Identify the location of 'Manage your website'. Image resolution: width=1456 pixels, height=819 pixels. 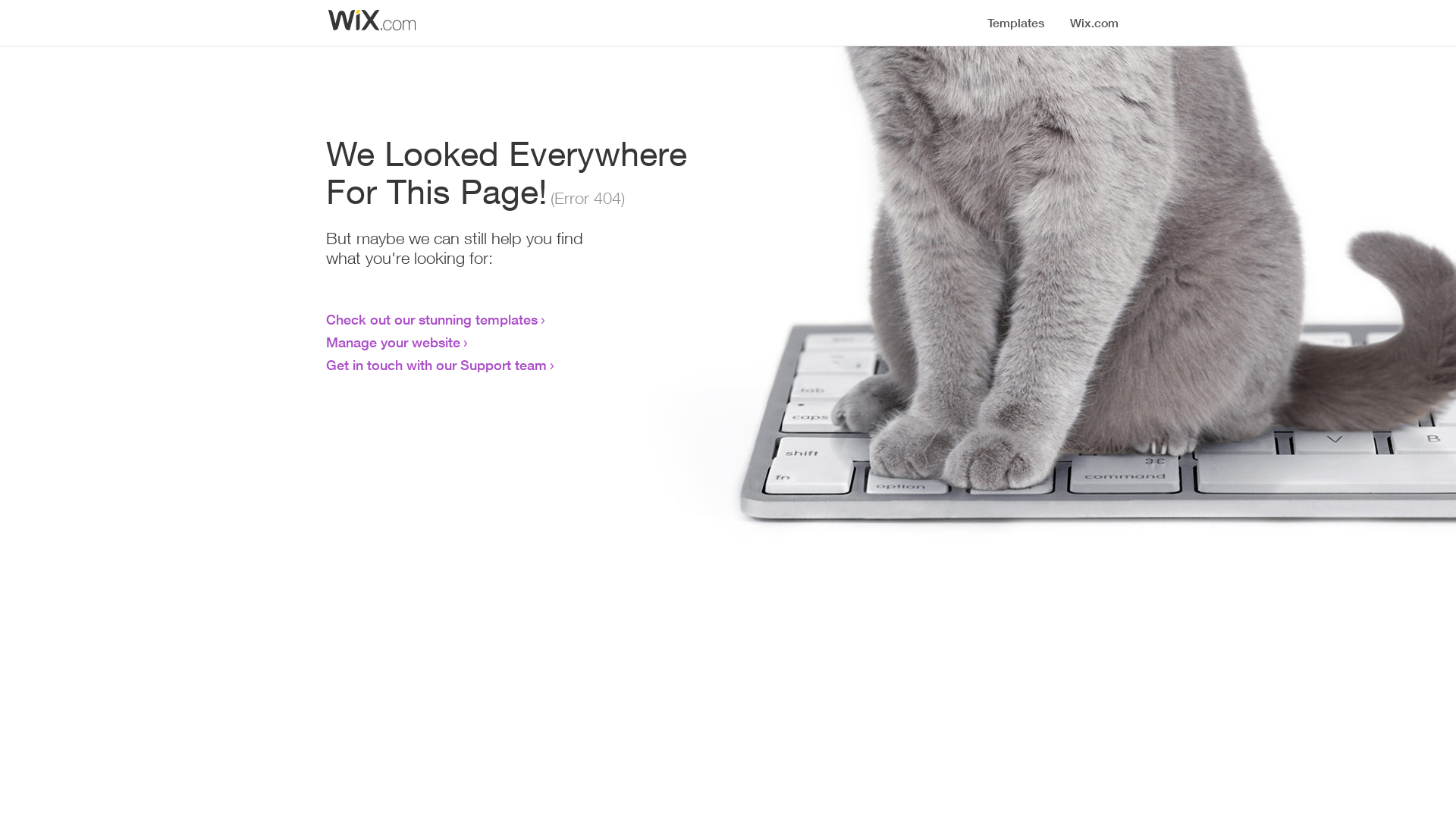
(393, 342).